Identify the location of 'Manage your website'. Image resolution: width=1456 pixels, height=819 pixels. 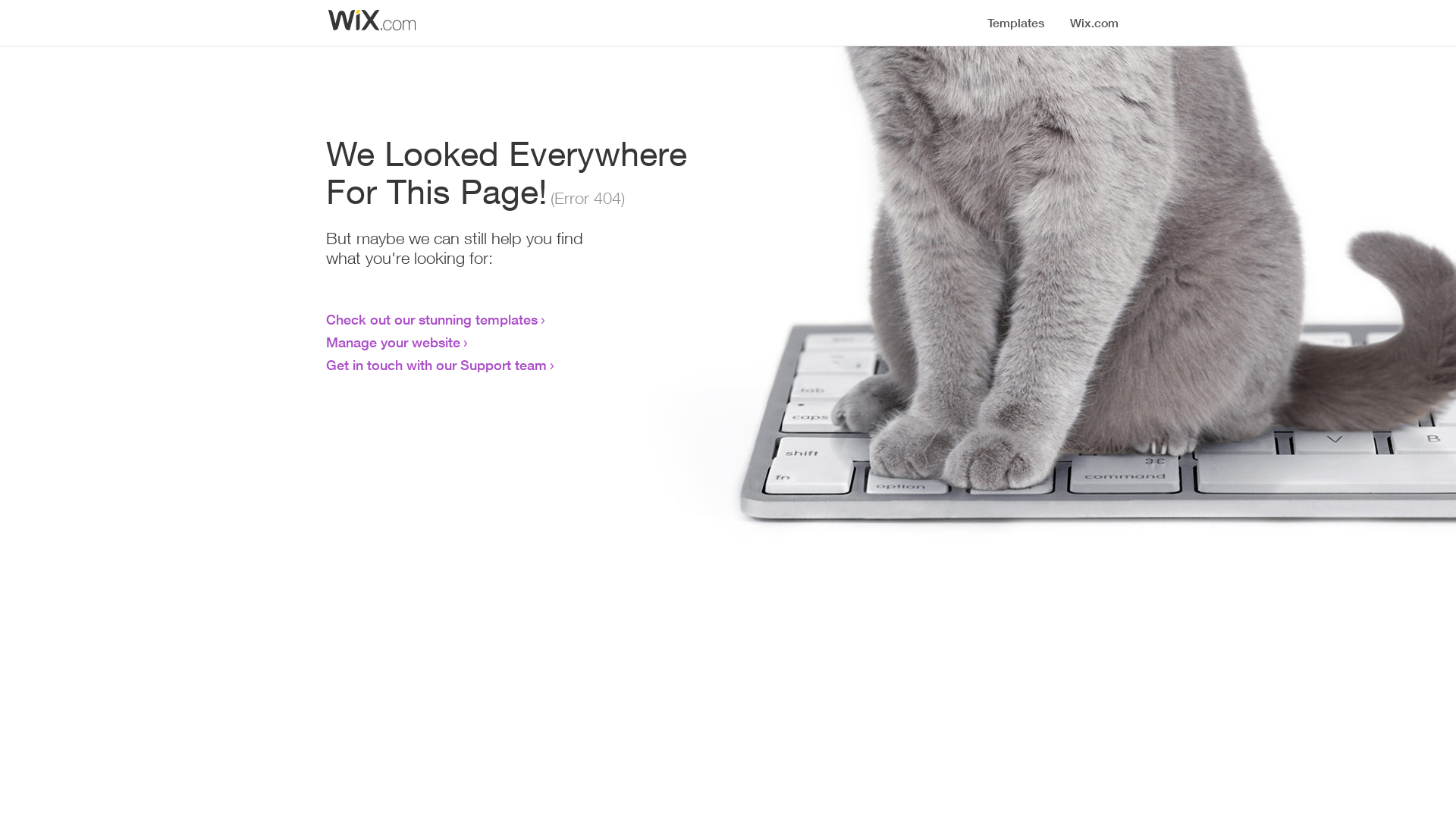
(393, 342).